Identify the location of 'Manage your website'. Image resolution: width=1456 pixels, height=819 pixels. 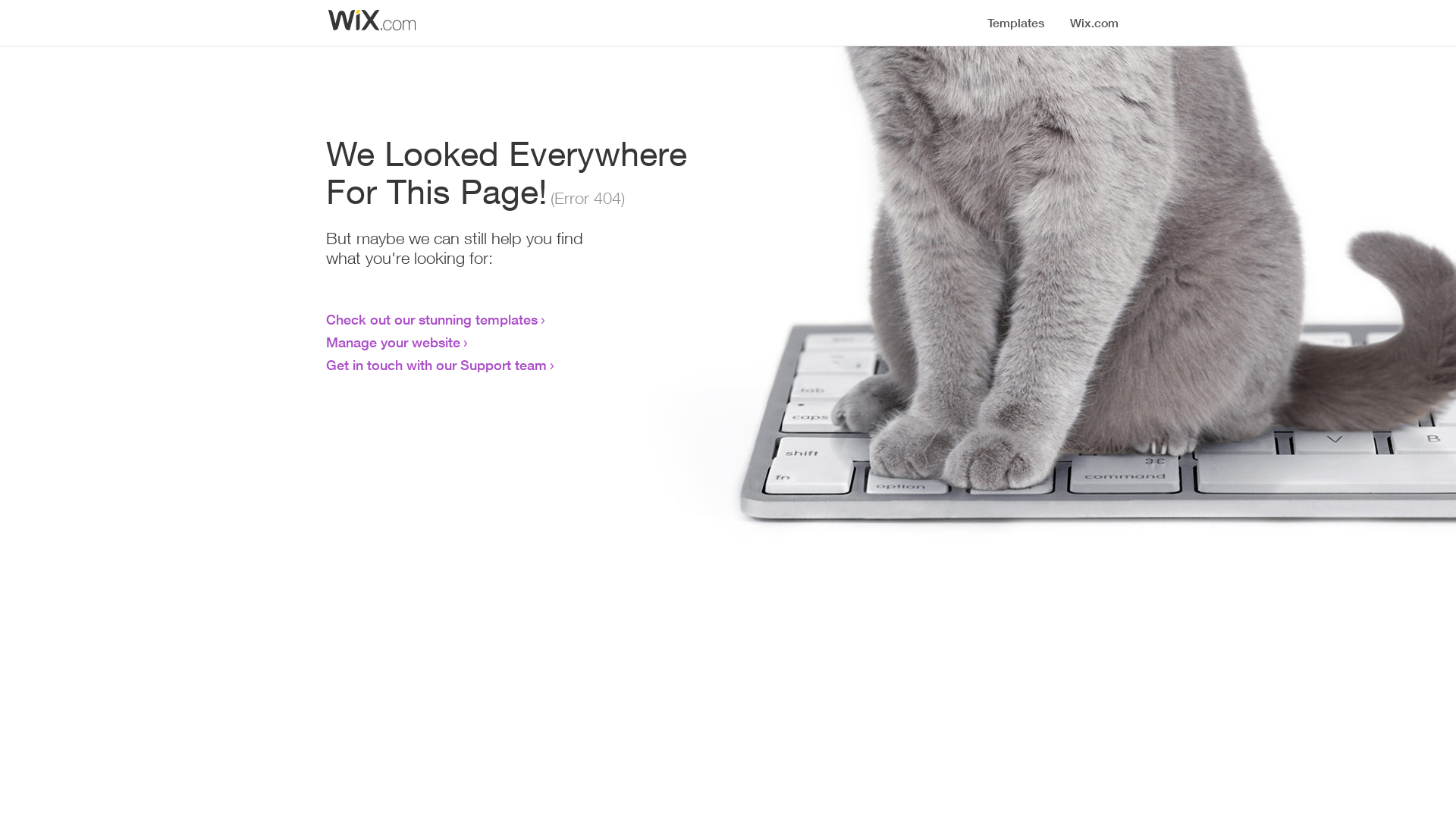
(393, 342).